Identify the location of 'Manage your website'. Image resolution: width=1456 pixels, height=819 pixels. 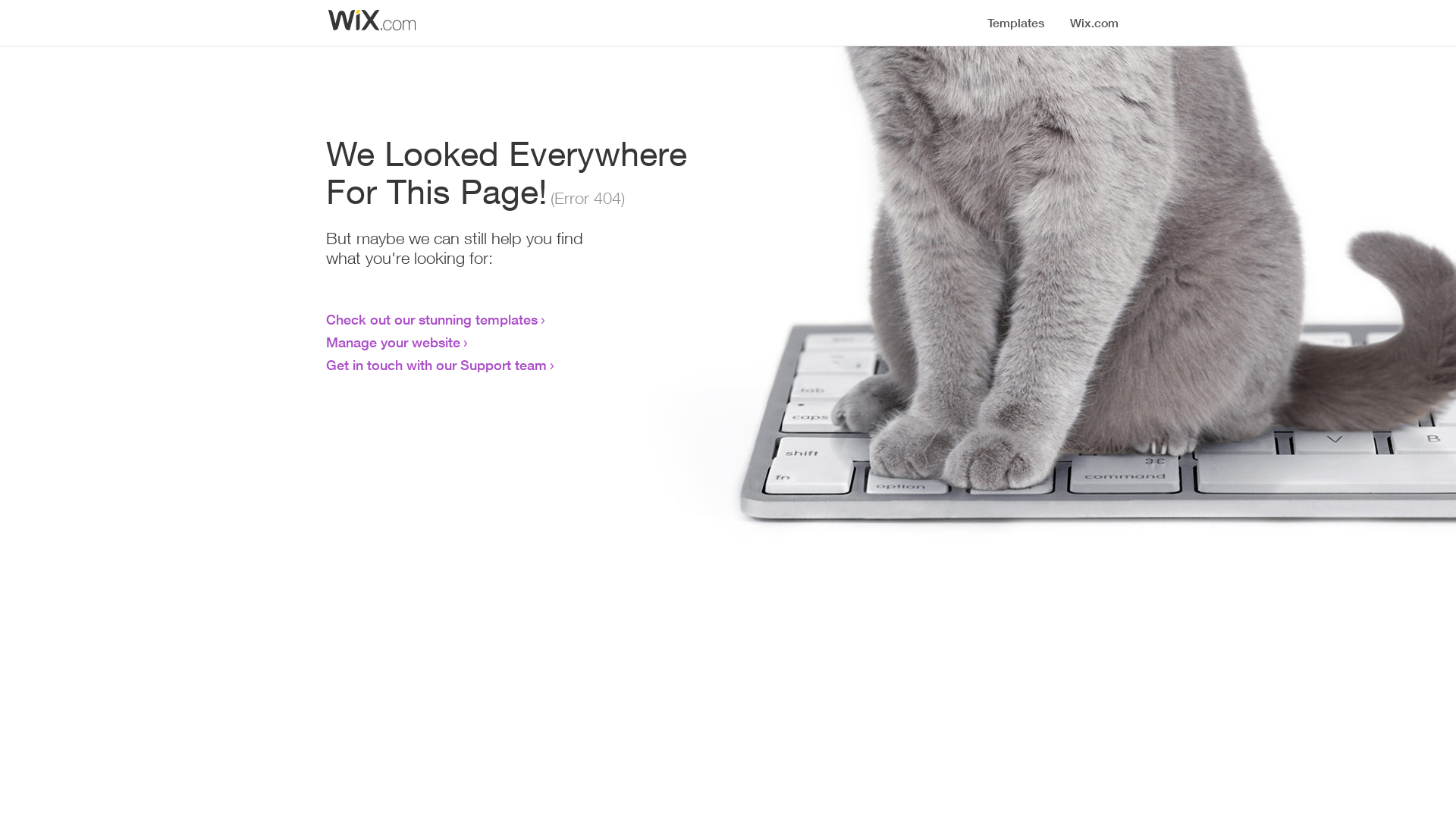
(393, 342).